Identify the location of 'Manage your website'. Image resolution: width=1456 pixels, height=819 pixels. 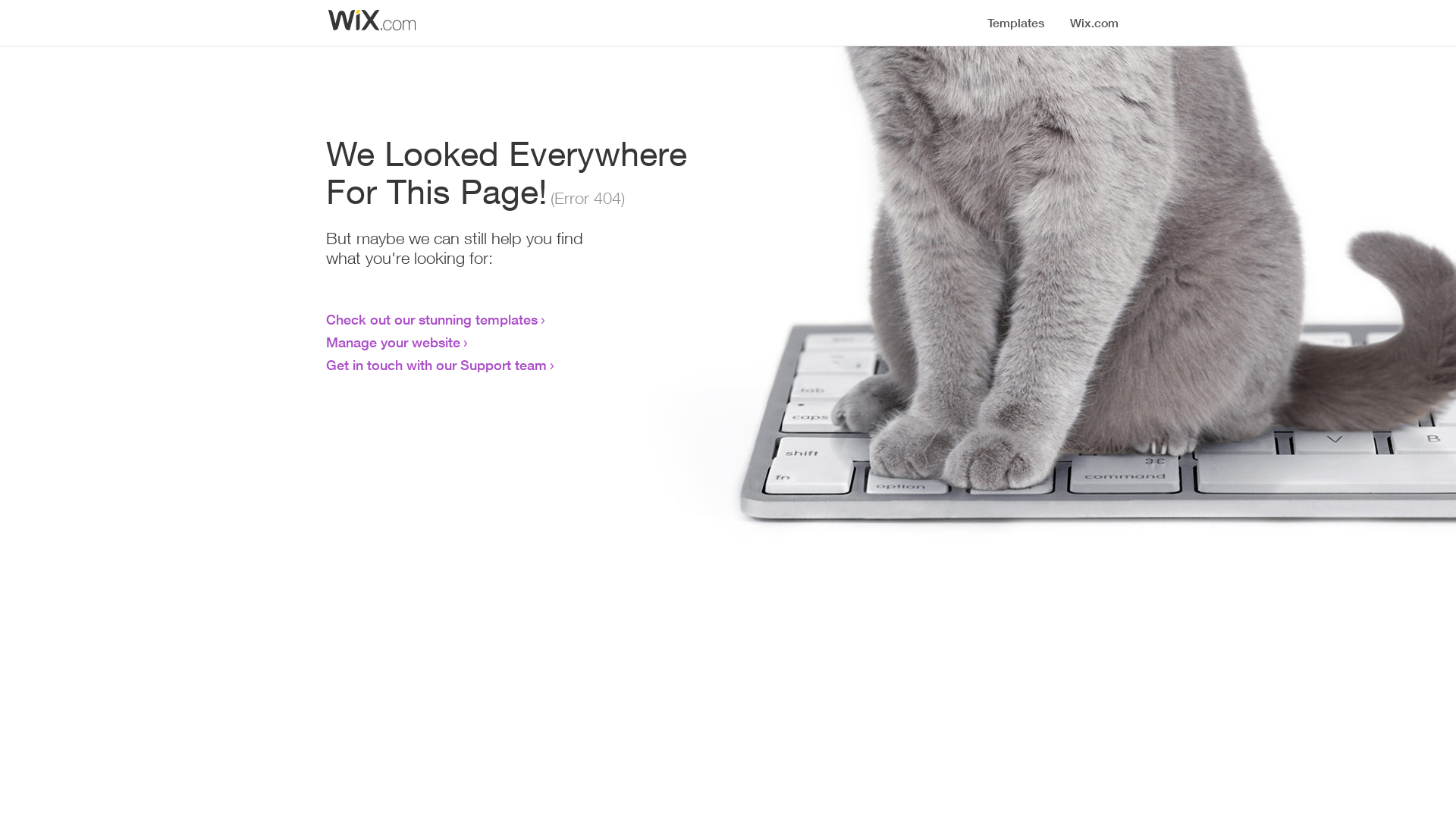
(393, 342).